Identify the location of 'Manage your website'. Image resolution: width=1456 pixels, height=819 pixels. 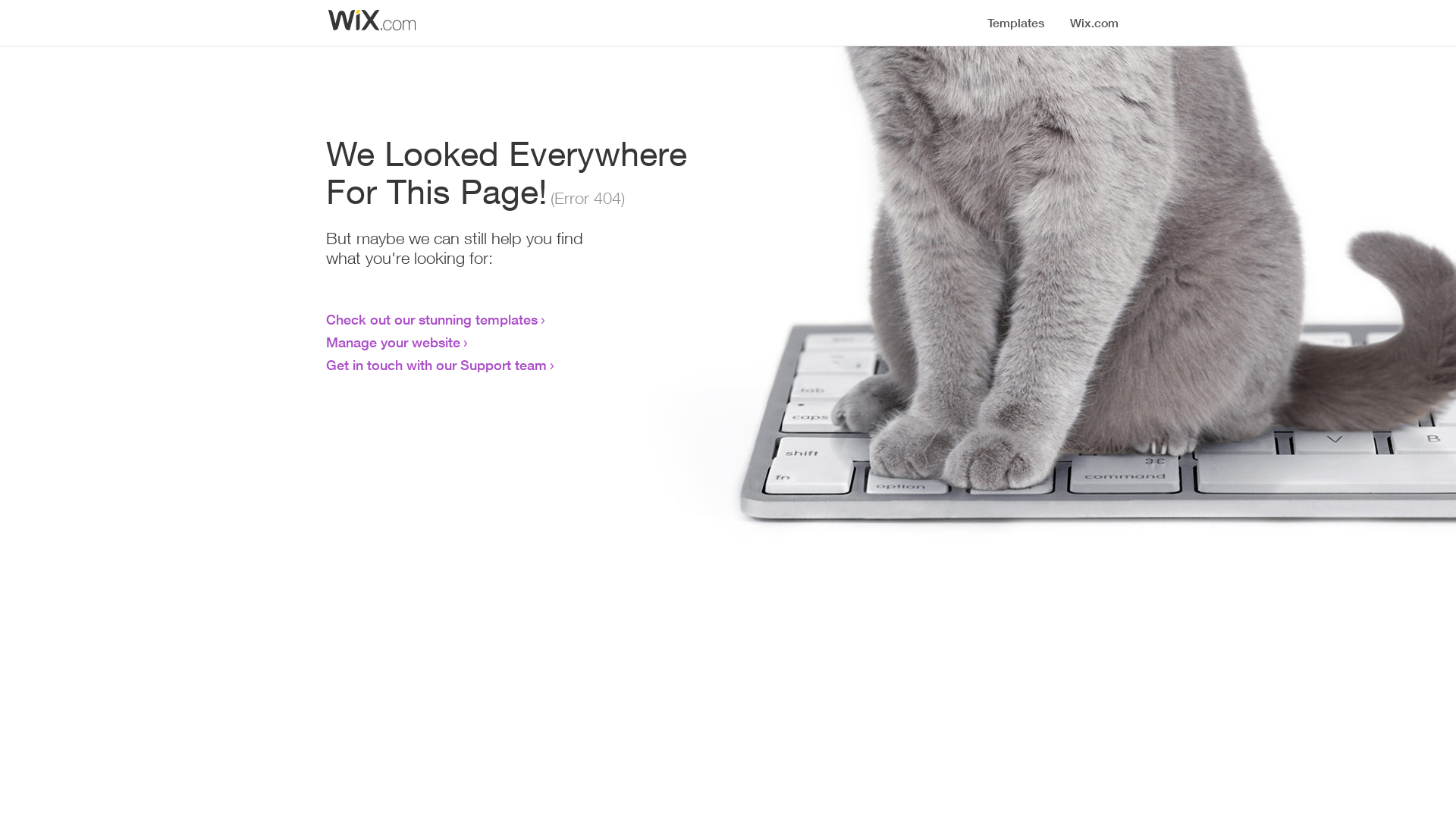
(393, 342).